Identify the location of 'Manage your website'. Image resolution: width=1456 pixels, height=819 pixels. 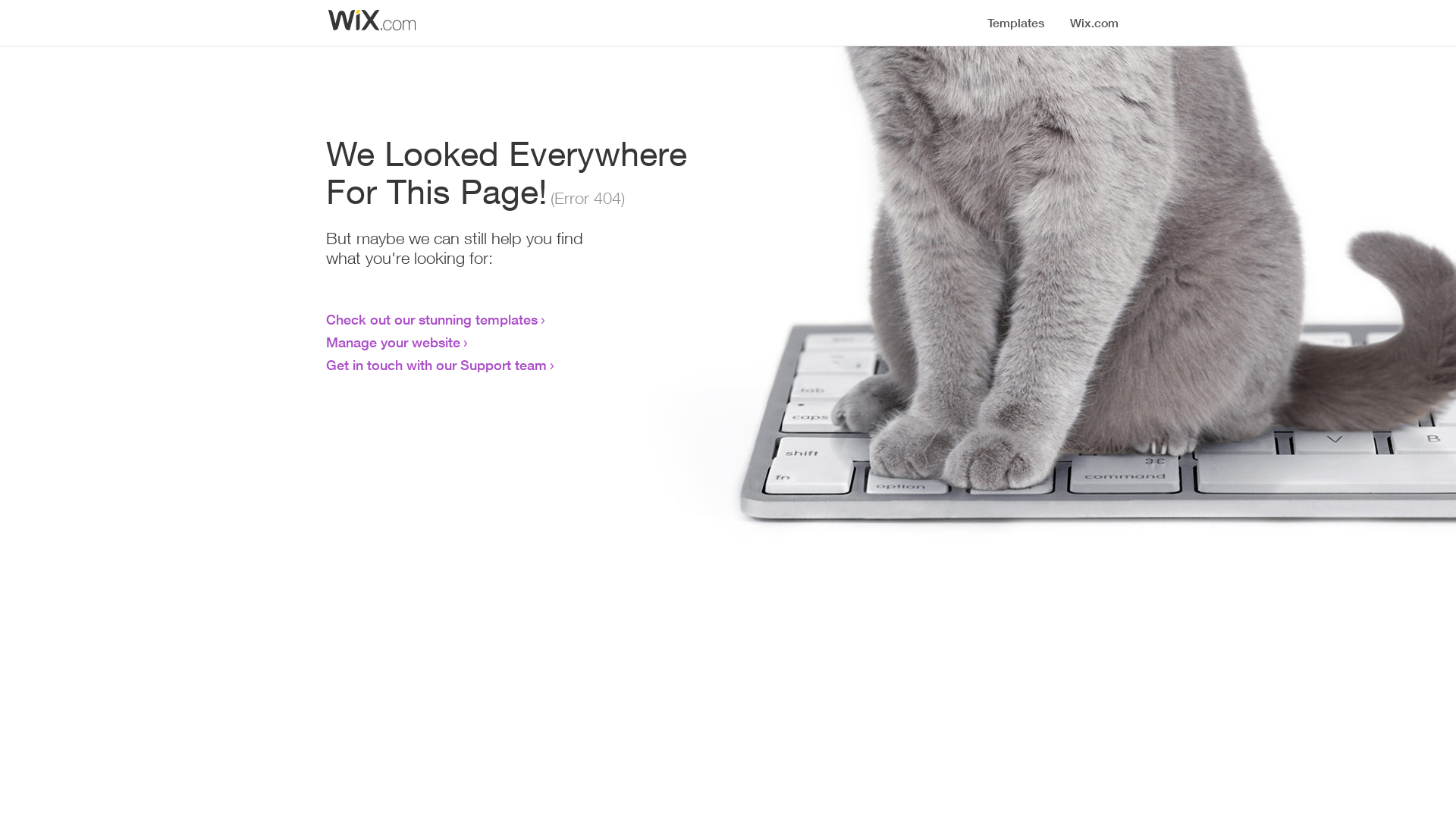
(393, 342).